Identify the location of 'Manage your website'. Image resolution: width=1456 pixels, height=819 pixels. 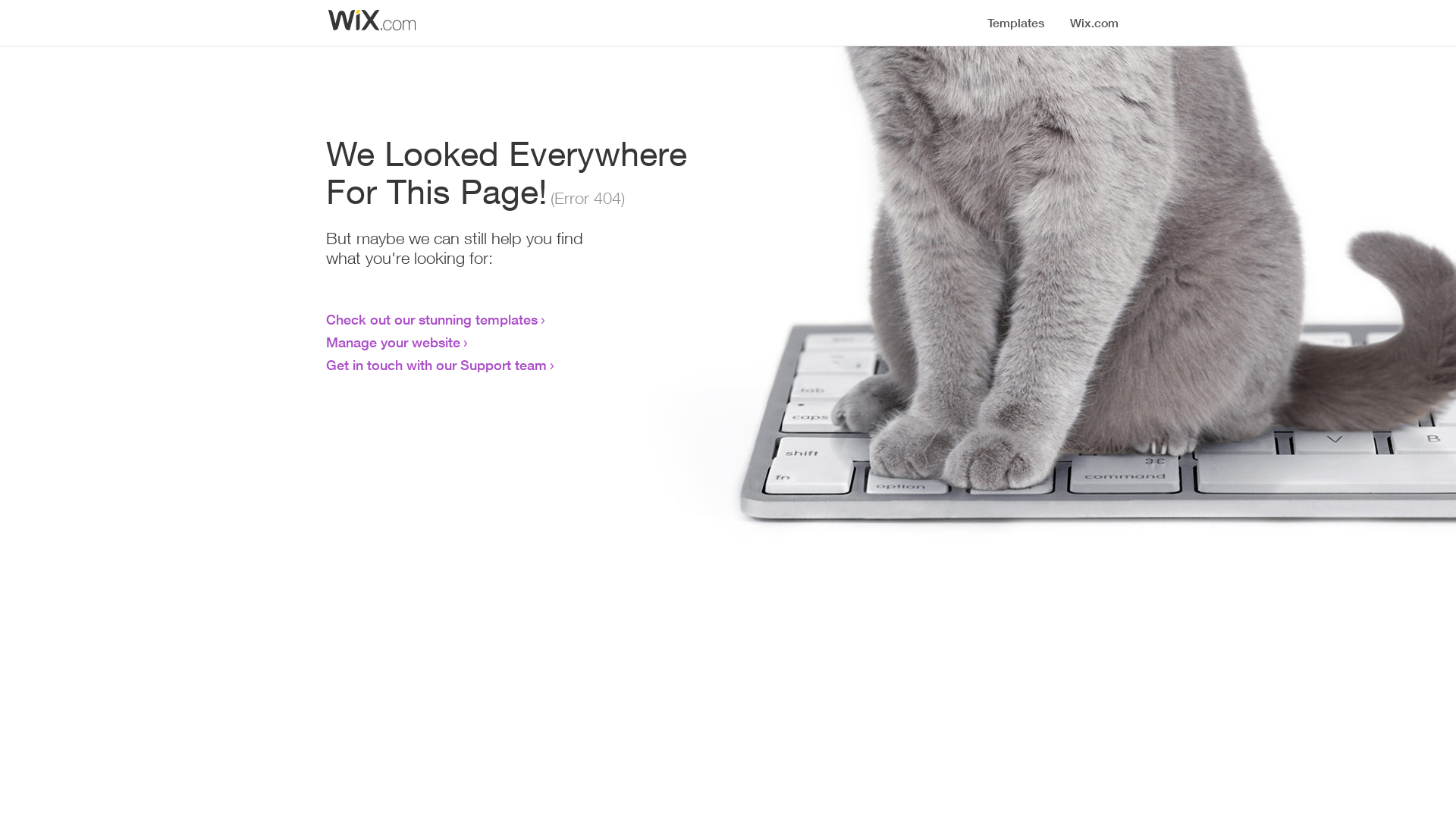
(393, 342).